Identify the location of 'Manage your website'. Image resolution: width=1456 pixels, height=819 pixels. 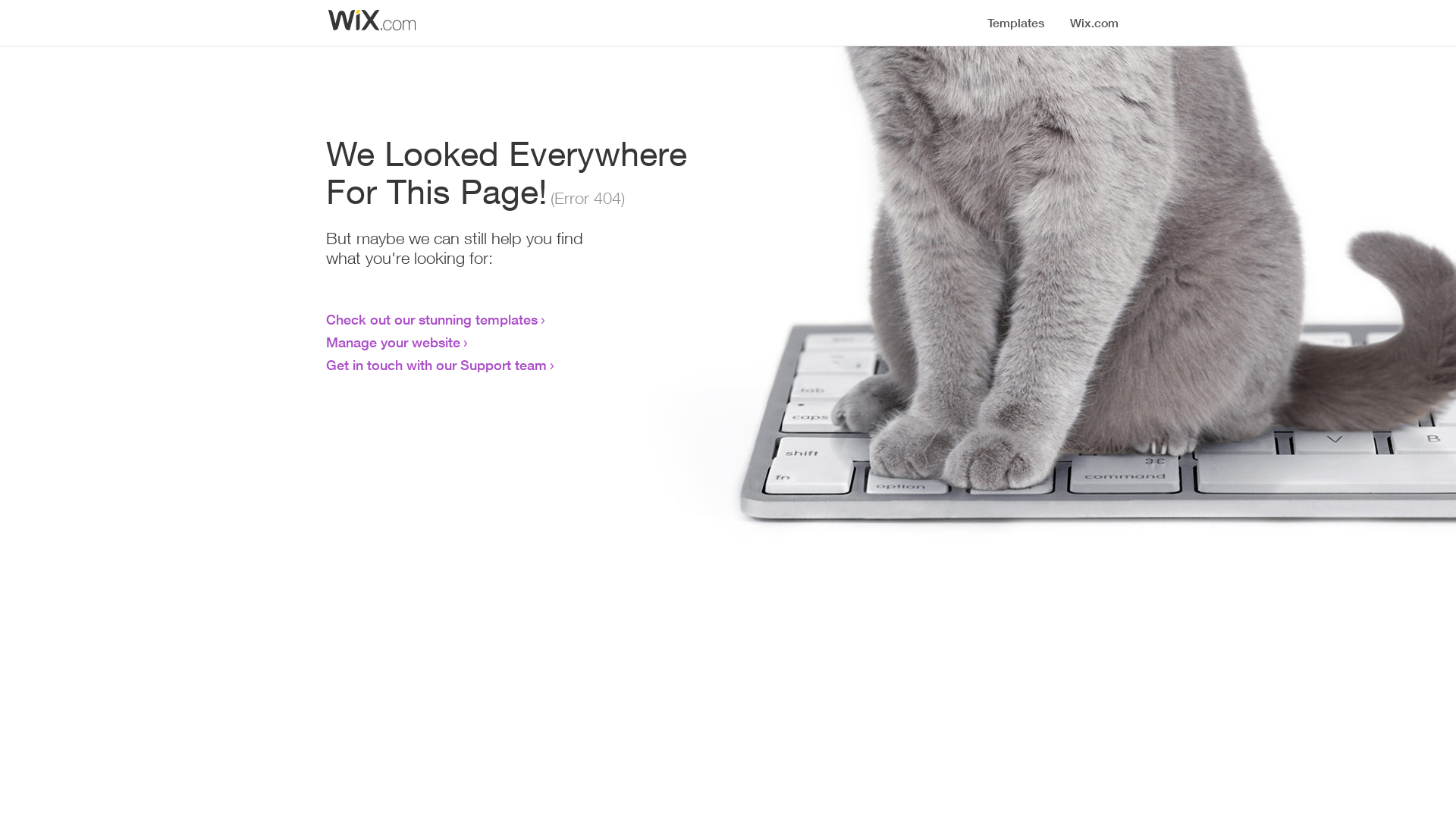
(393, 342).